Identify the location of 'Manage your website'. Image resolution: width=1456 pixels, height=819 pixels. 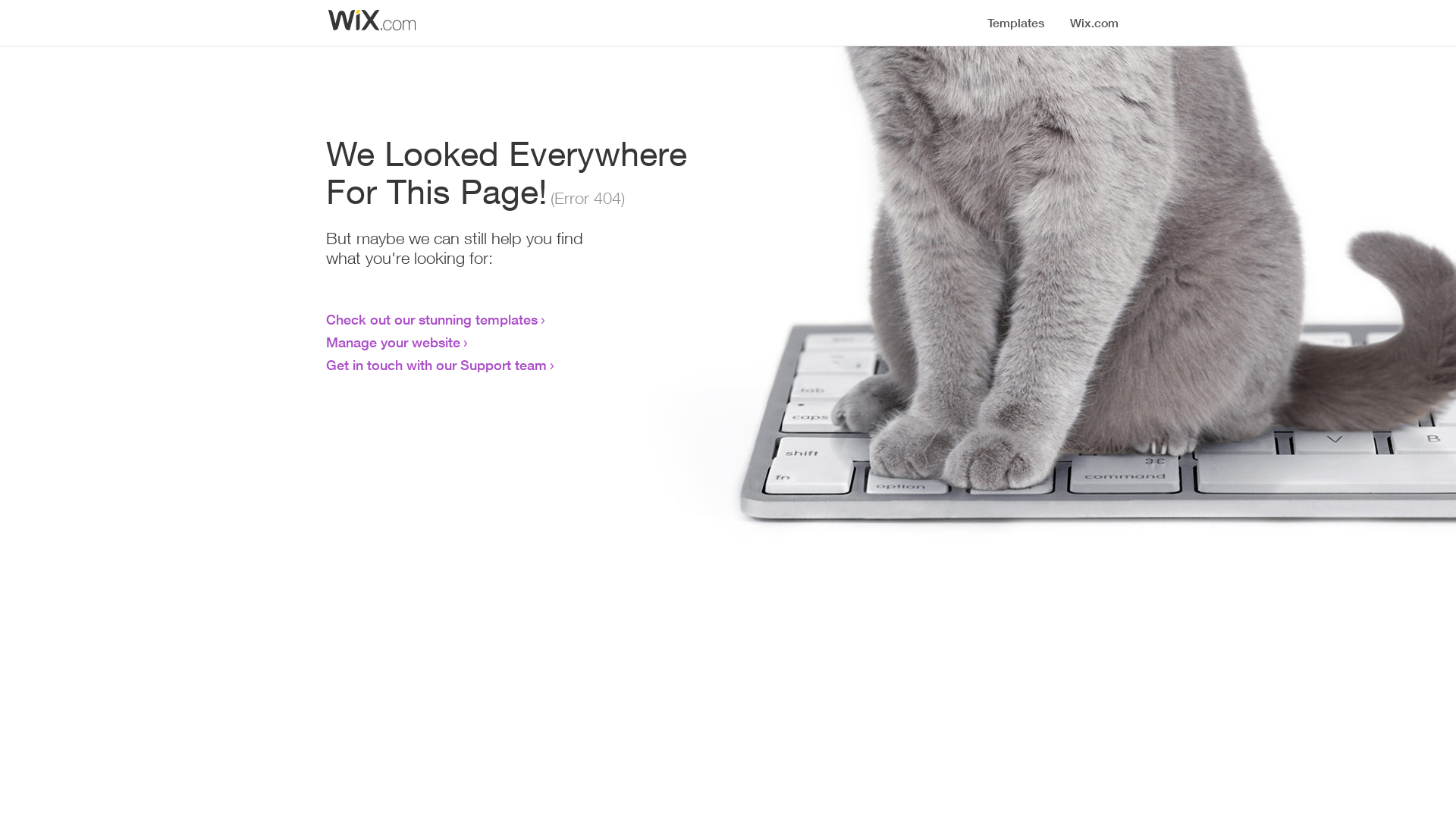
(393, 342).